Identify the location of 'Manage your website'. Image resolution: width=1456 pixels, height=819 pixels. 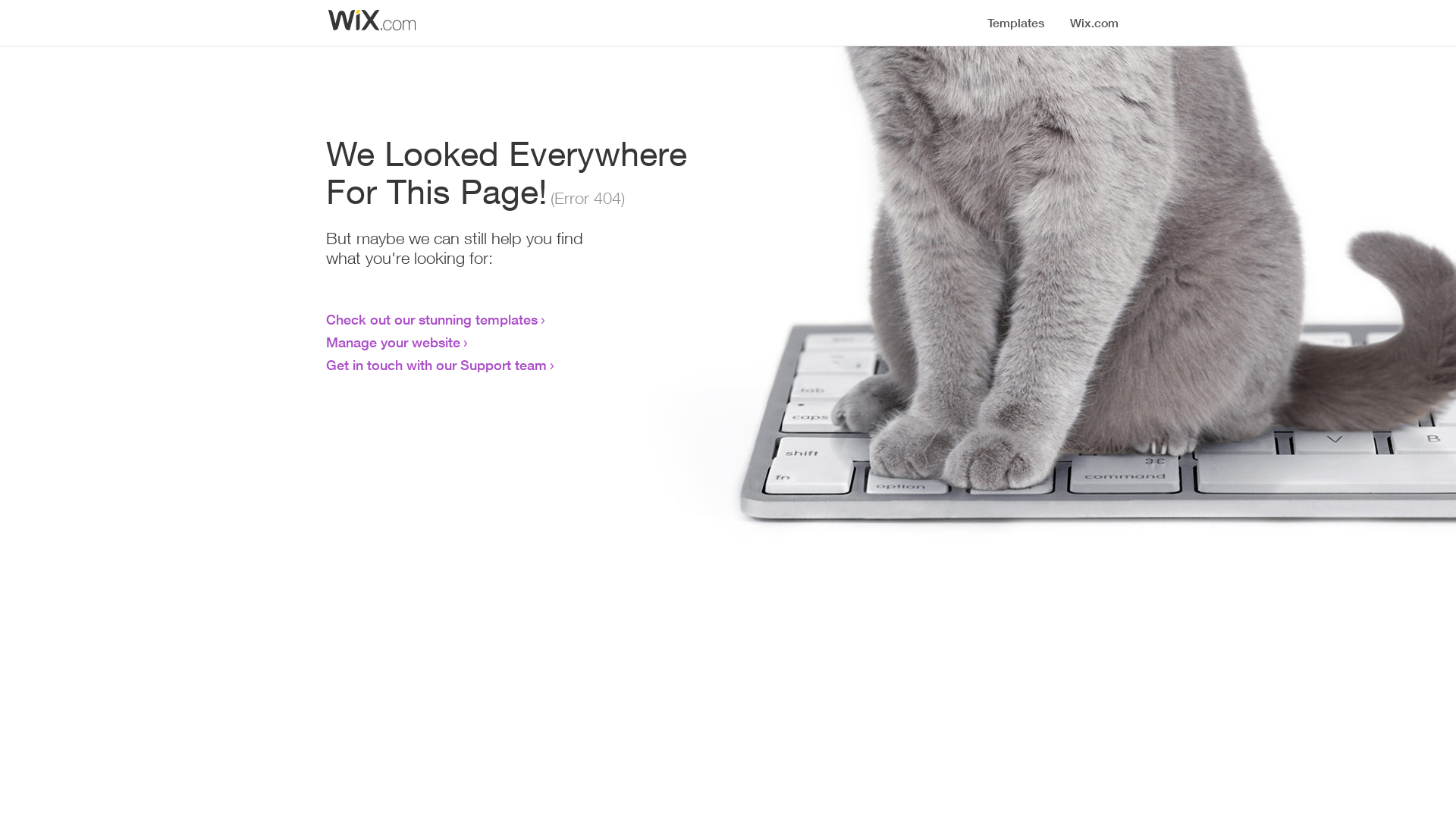
(393, 342).